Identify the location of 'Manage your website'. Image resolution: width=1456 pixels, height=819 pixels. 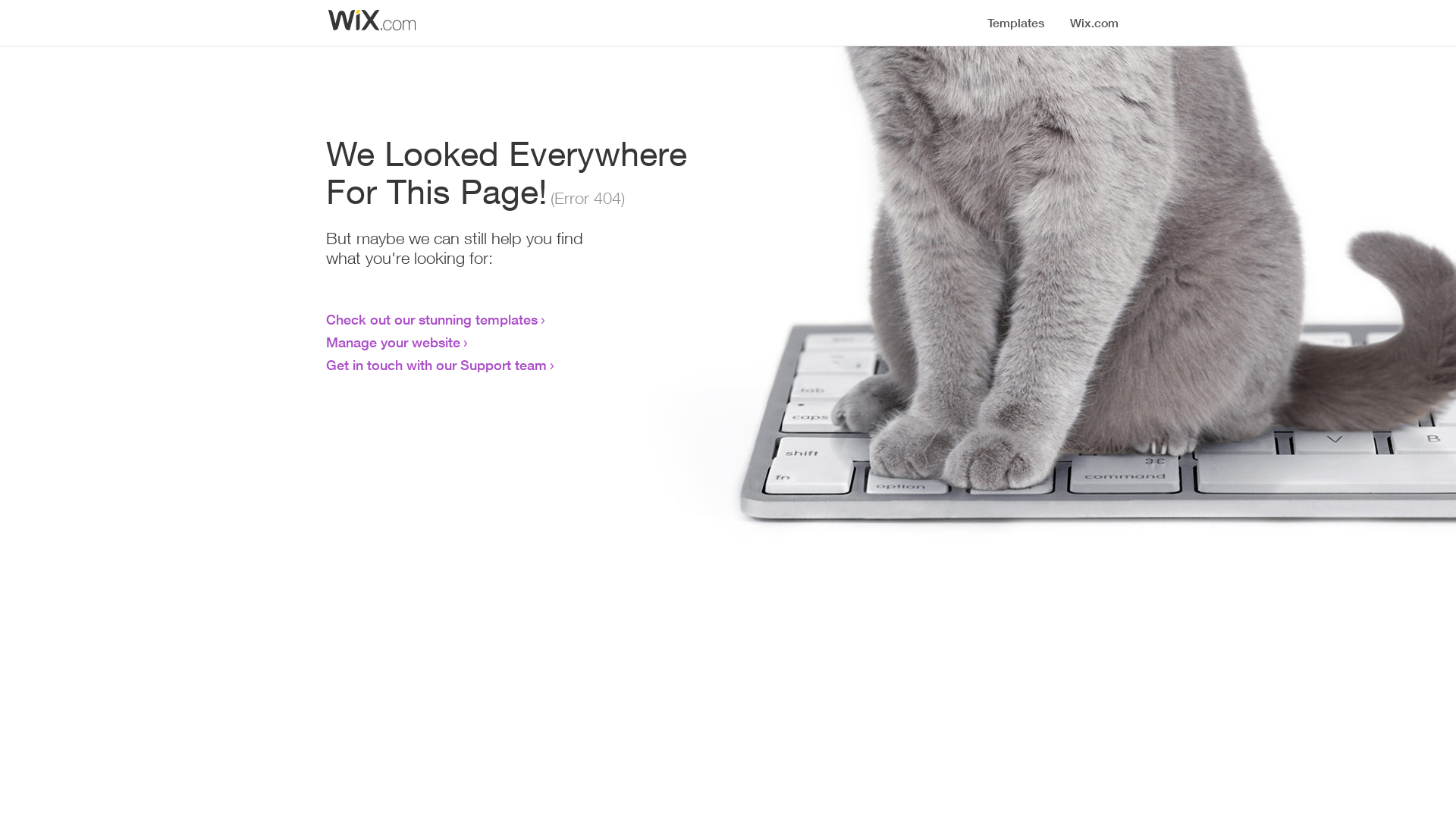
(393, 342).